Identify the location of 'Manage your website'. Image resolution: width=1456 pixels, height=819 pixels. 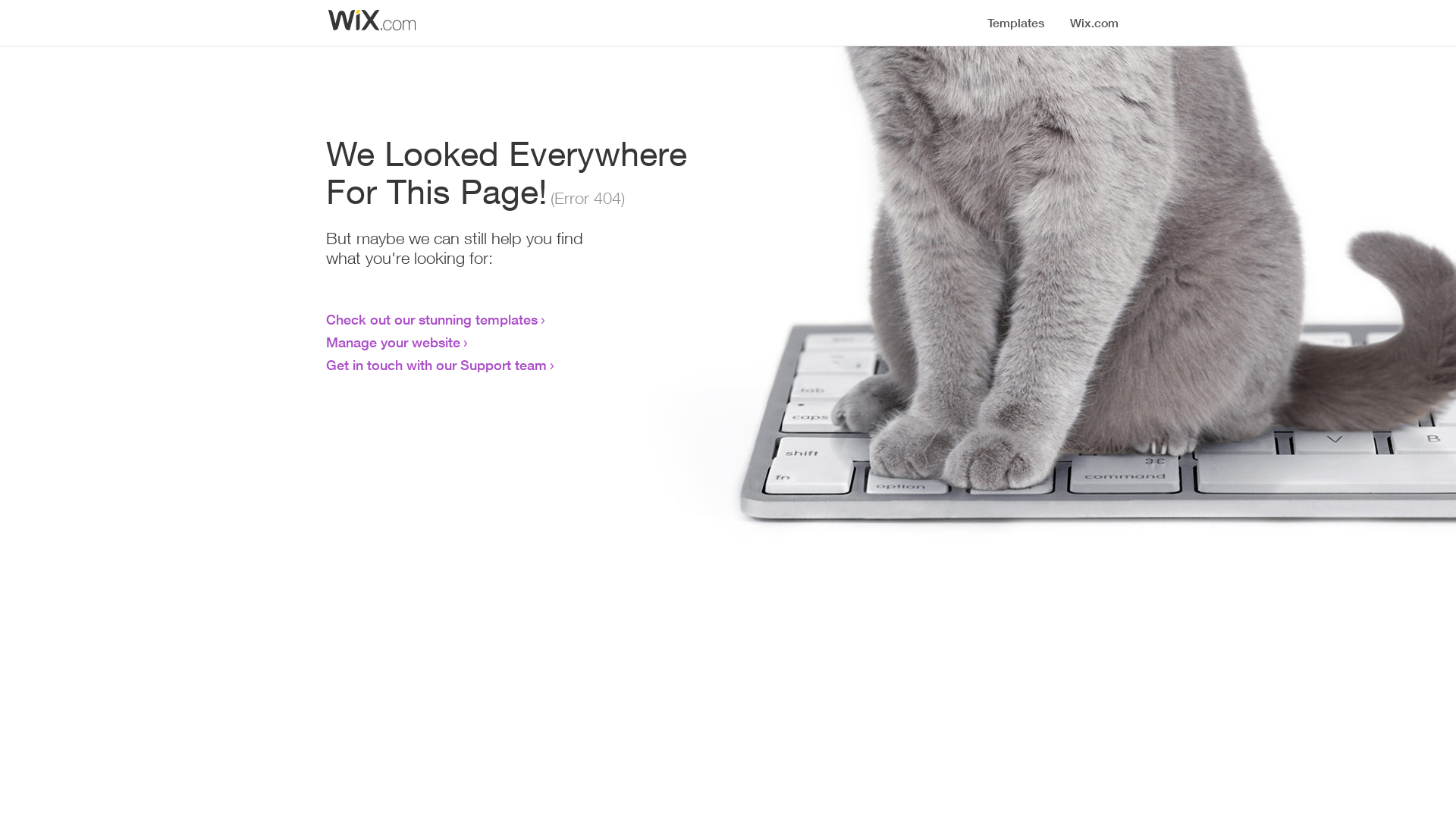
(393, 342).